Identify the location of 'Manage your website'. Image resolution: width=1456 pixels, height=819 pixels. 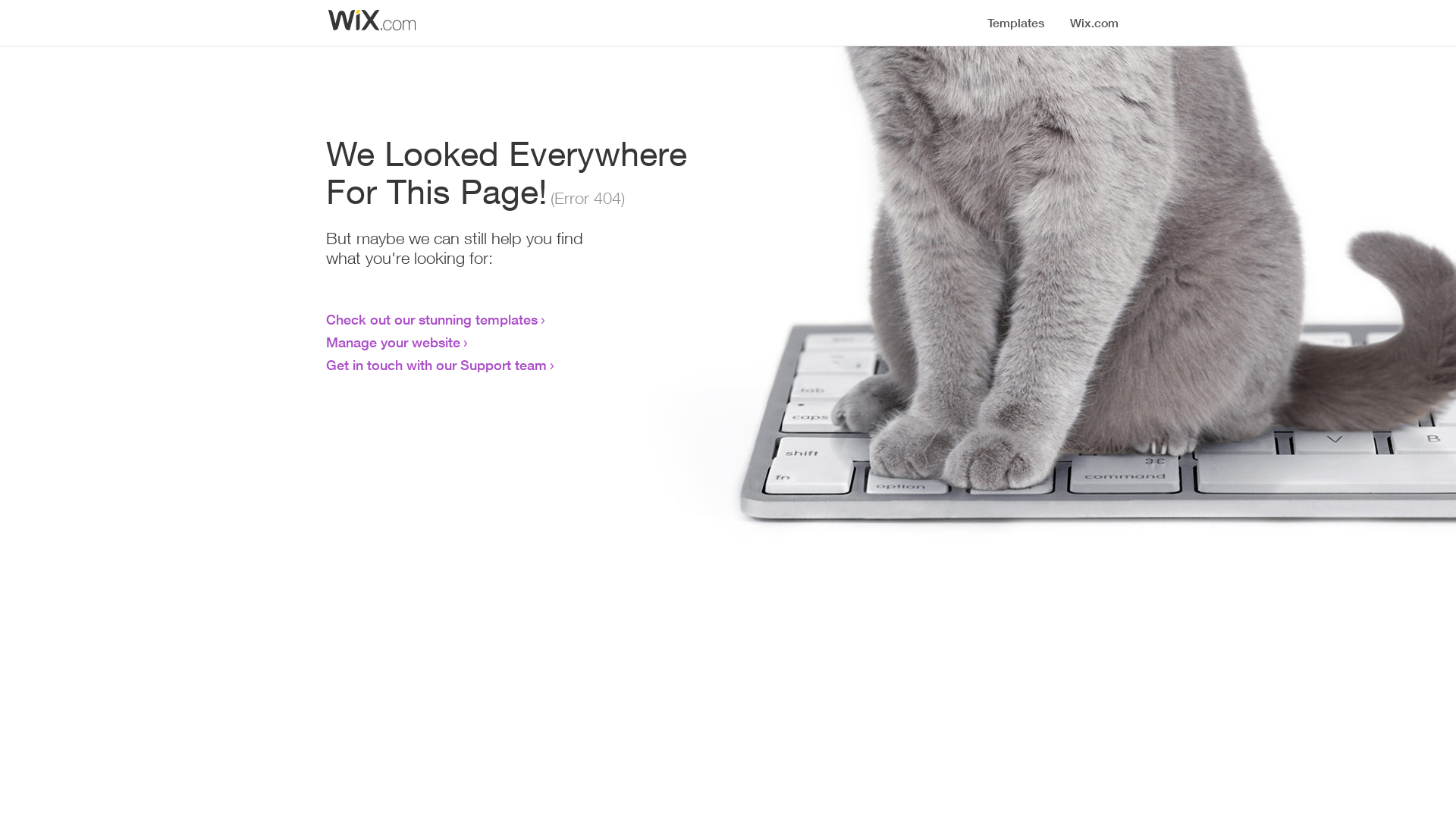
(393, 342).